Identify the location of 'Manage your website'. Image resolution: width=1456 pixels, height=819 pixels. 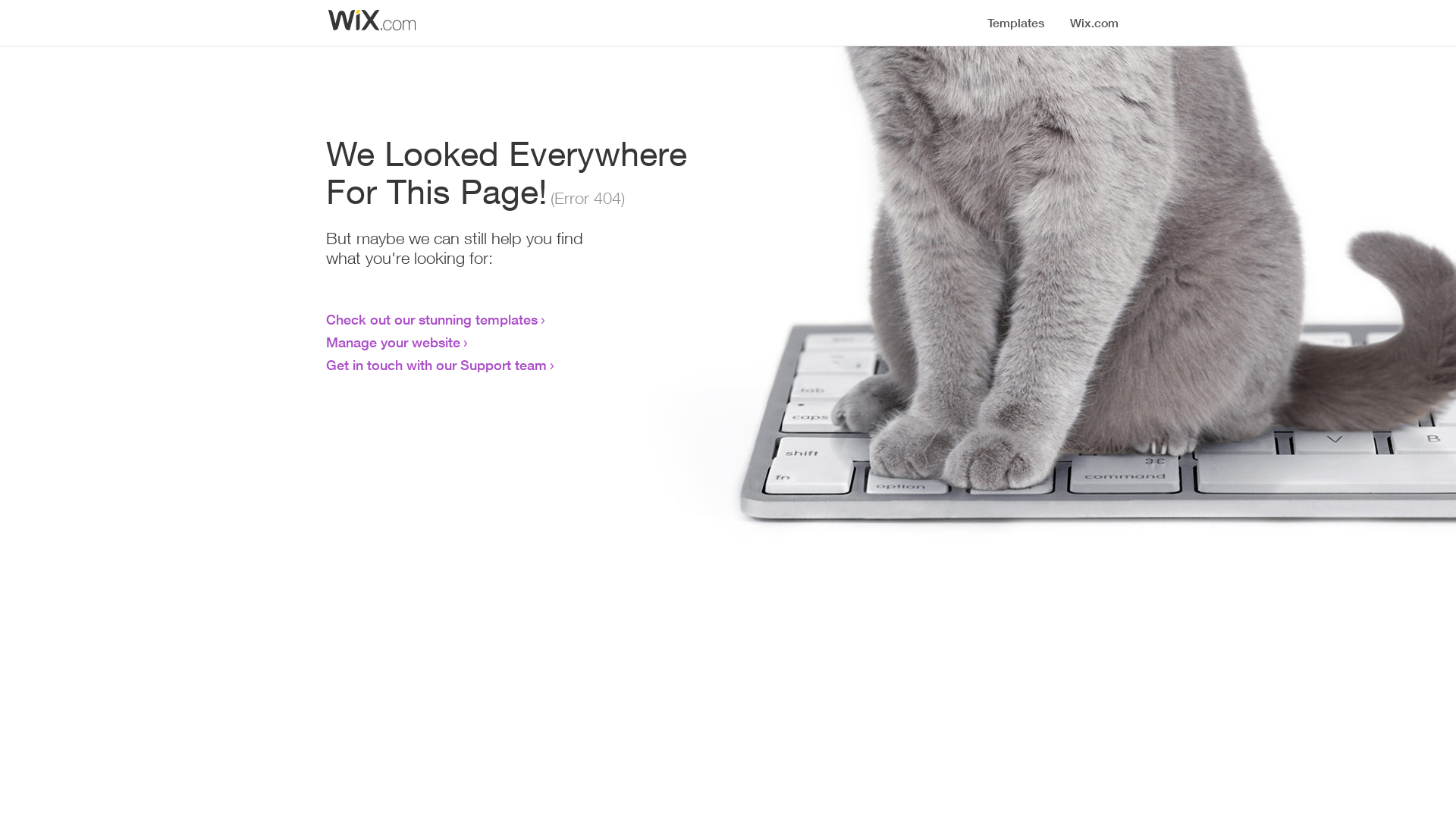
(393, 342).